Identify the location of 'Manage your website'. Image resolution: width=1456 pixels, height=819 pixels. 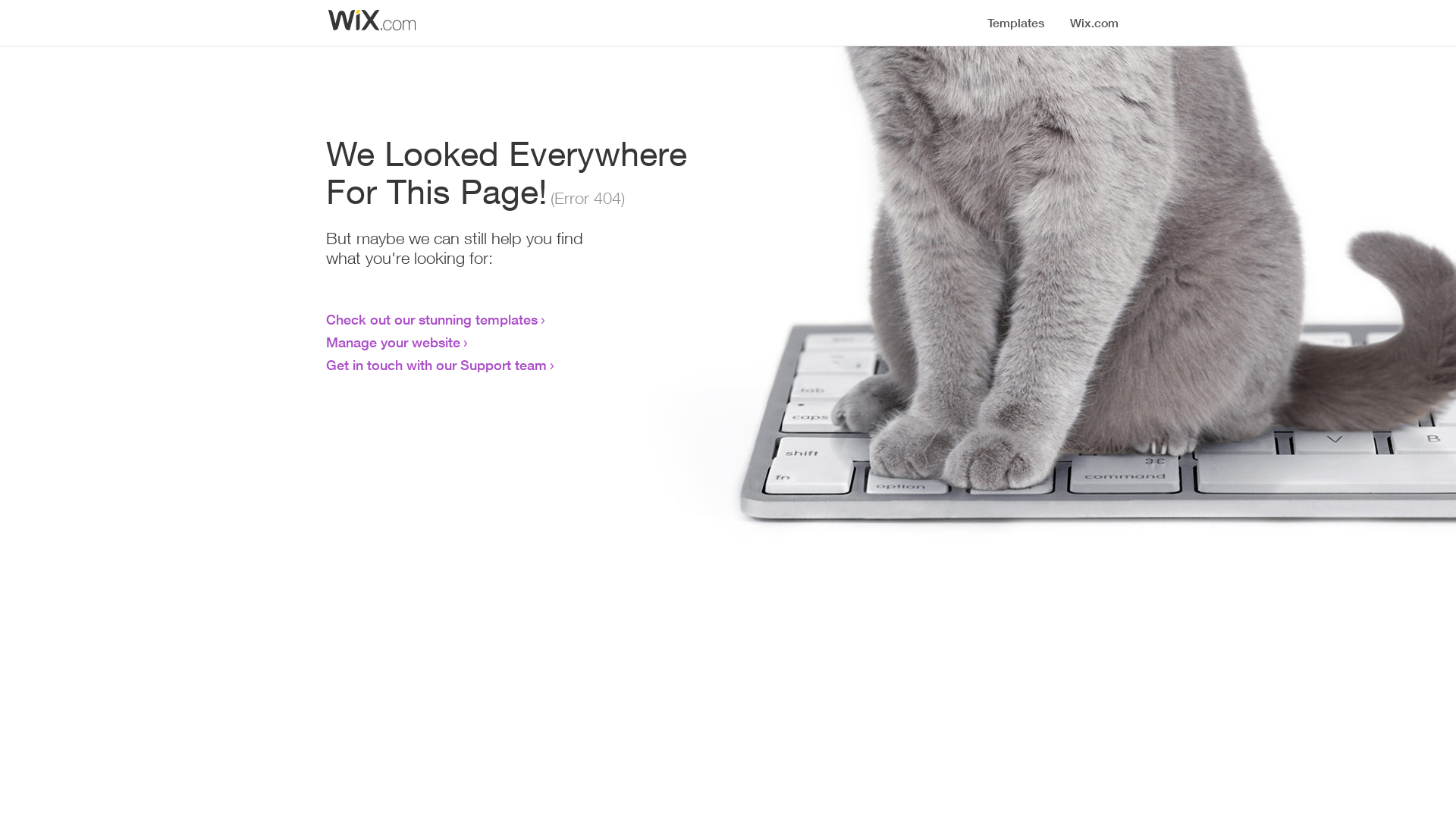
(393, 342).